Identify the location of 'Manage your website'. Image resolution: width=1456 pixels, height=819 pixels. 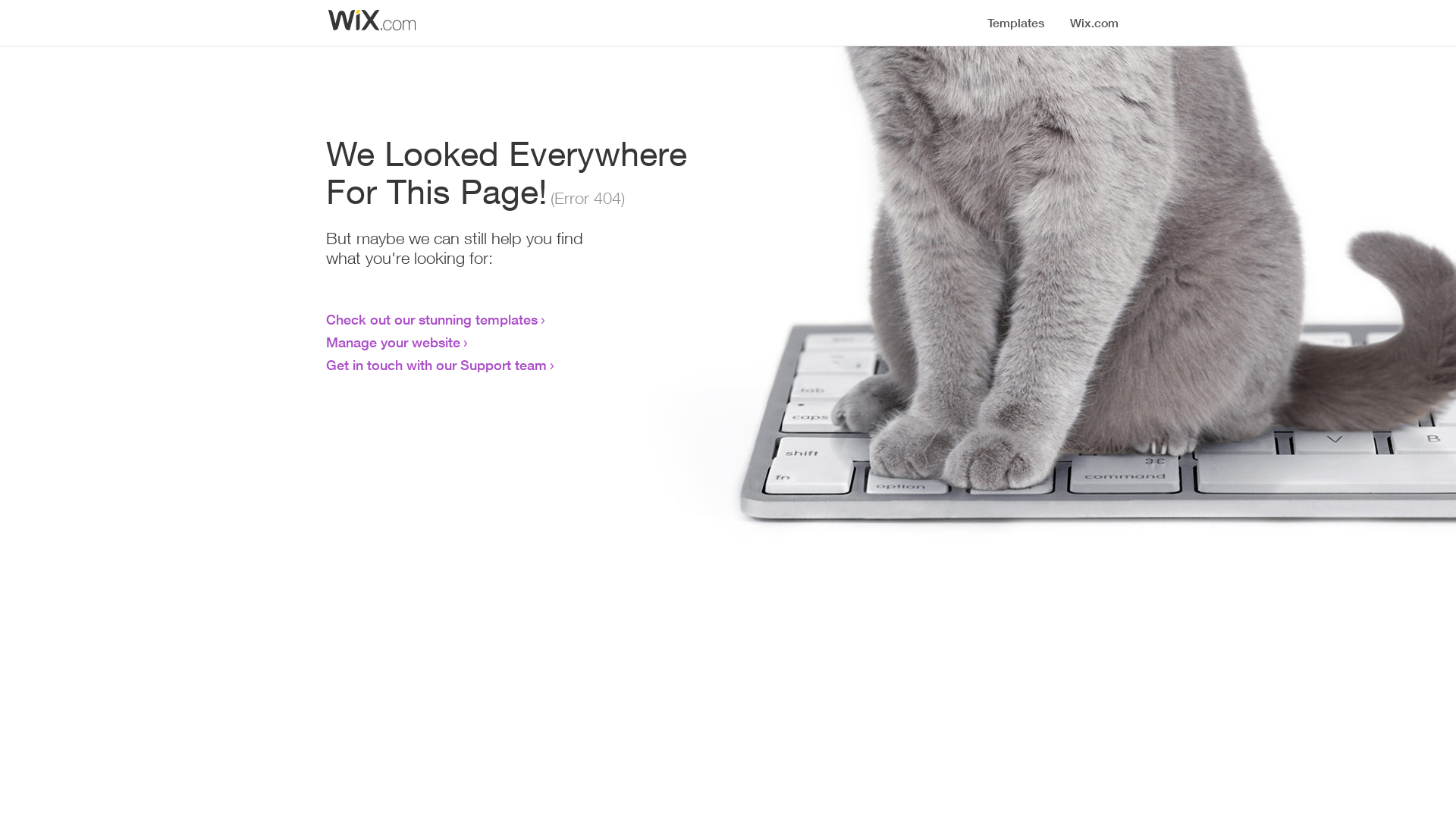
(393, 342).